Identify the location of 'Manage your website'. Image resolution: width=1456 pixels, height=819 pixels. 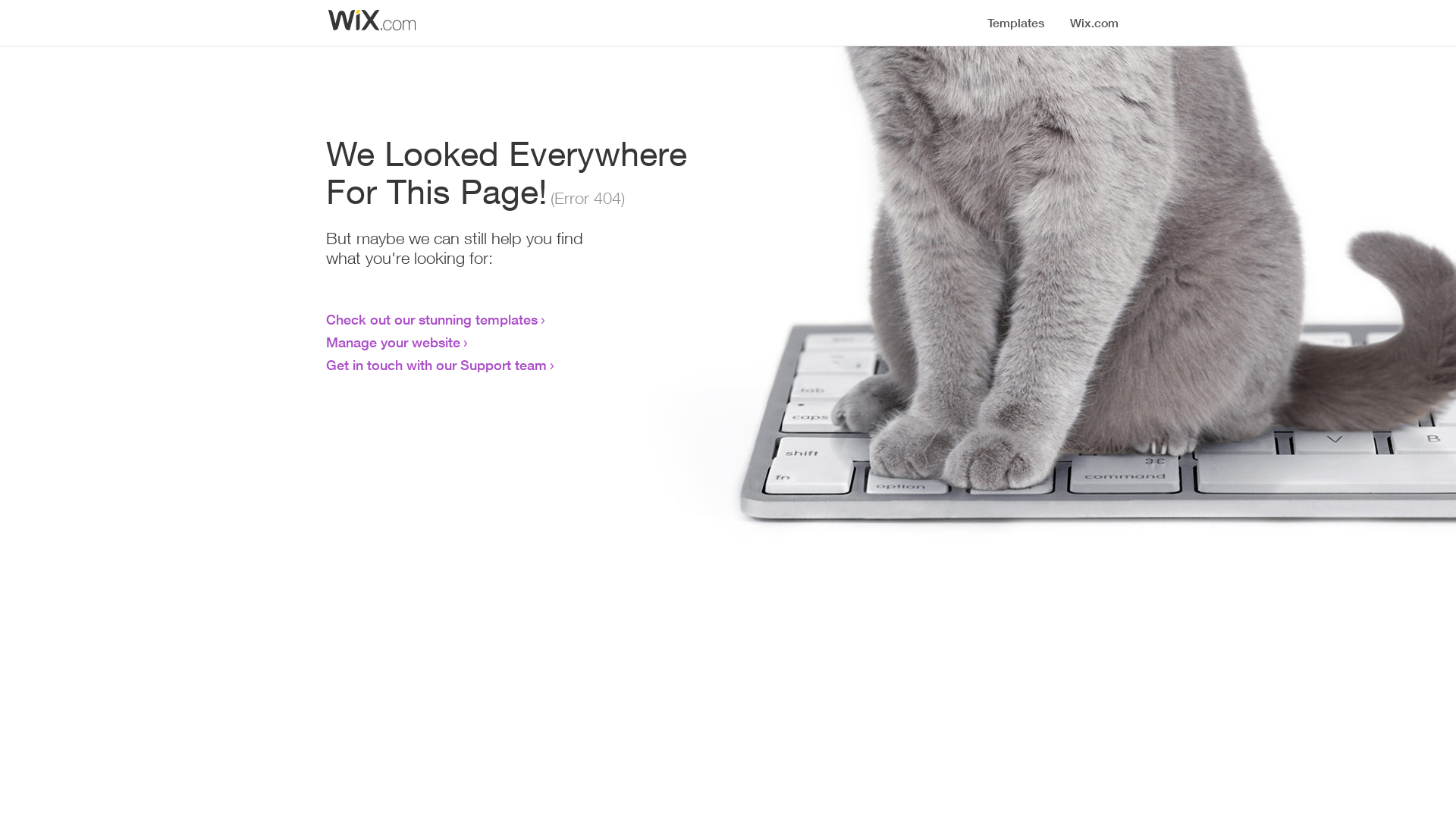
(393, 342).